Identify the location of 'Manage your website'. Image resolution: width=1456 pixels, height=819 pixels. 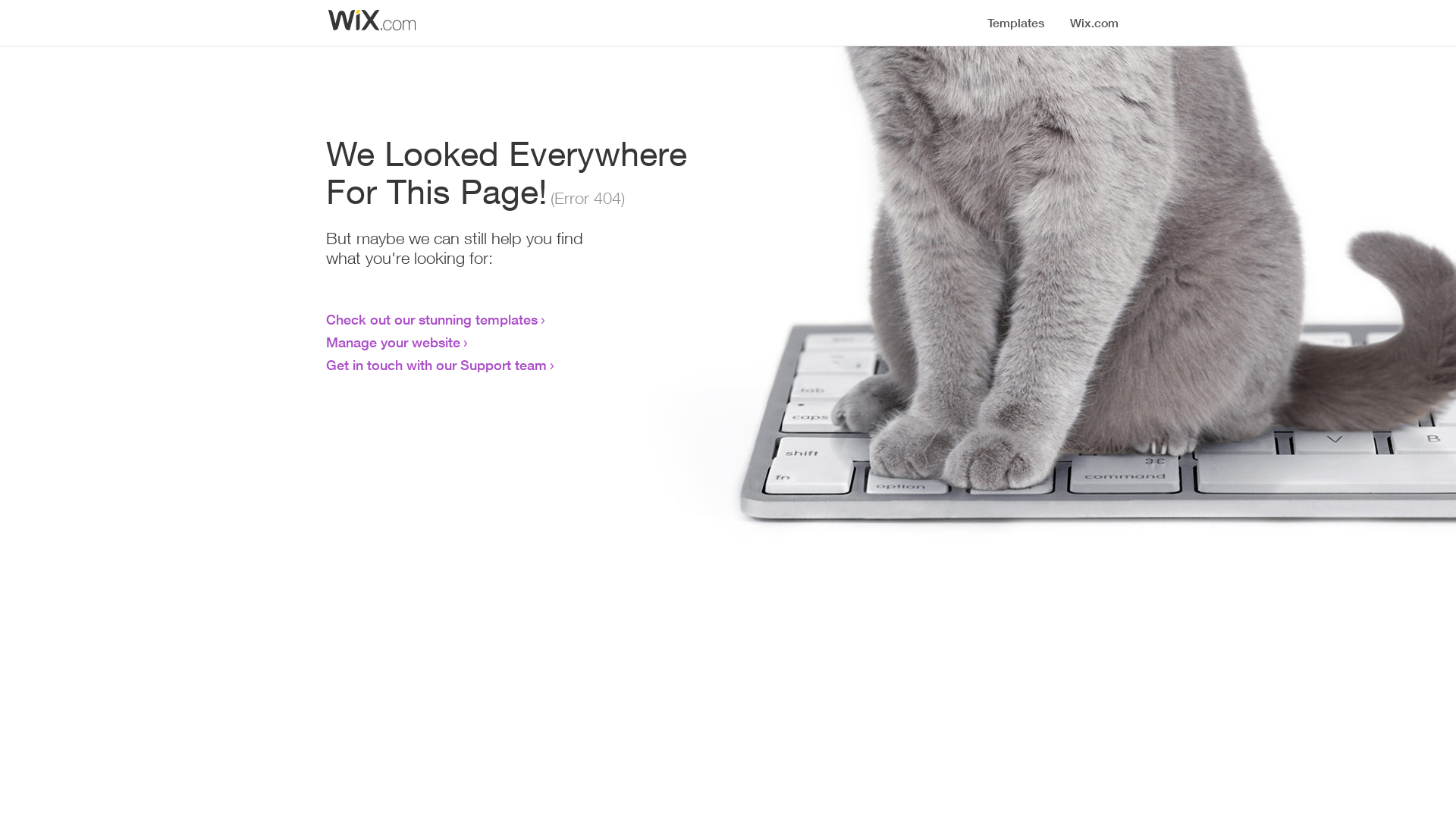
(393, 342).